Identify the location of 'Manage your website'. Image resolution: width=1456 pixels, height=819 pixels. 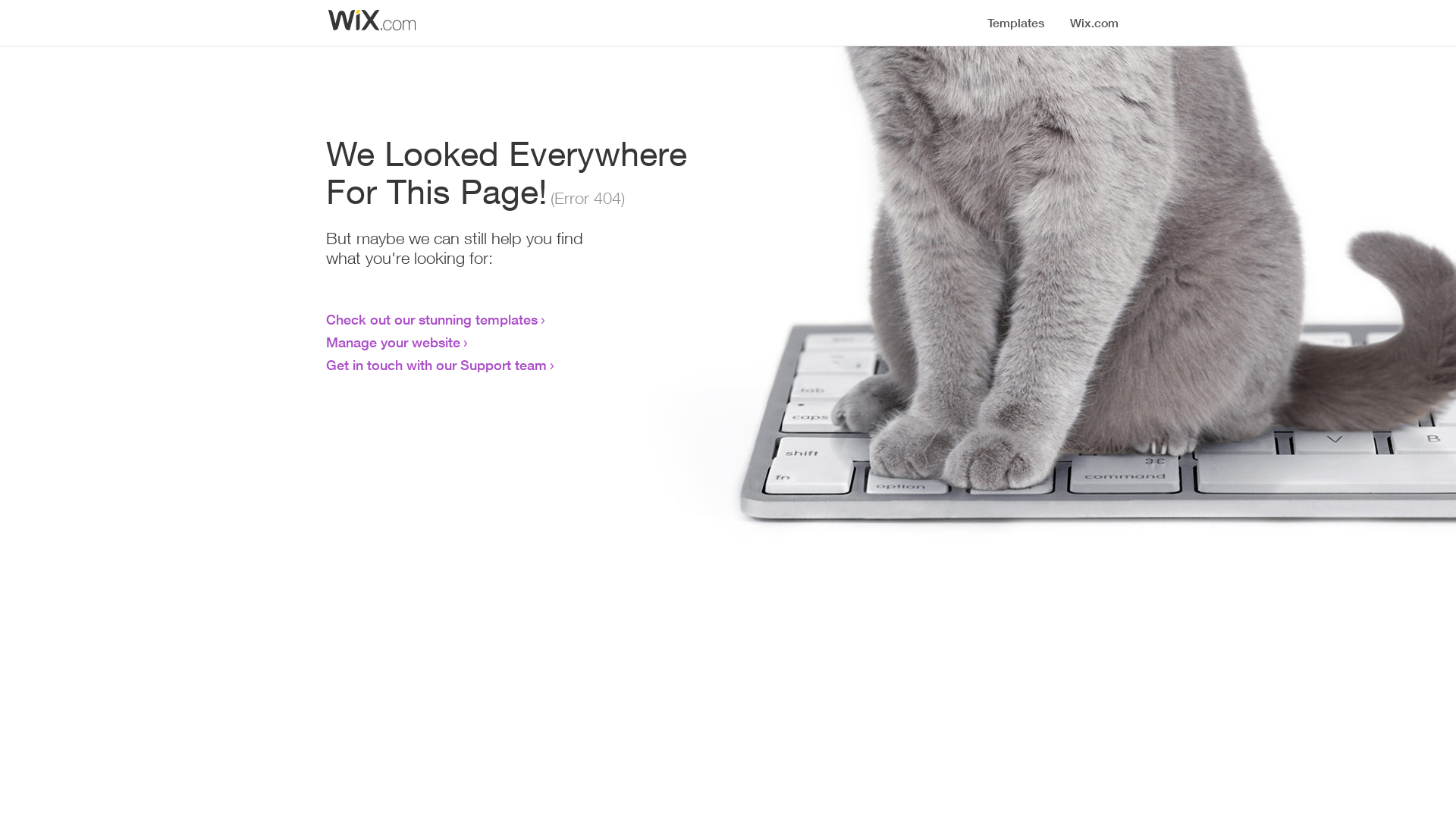
(393, 342).